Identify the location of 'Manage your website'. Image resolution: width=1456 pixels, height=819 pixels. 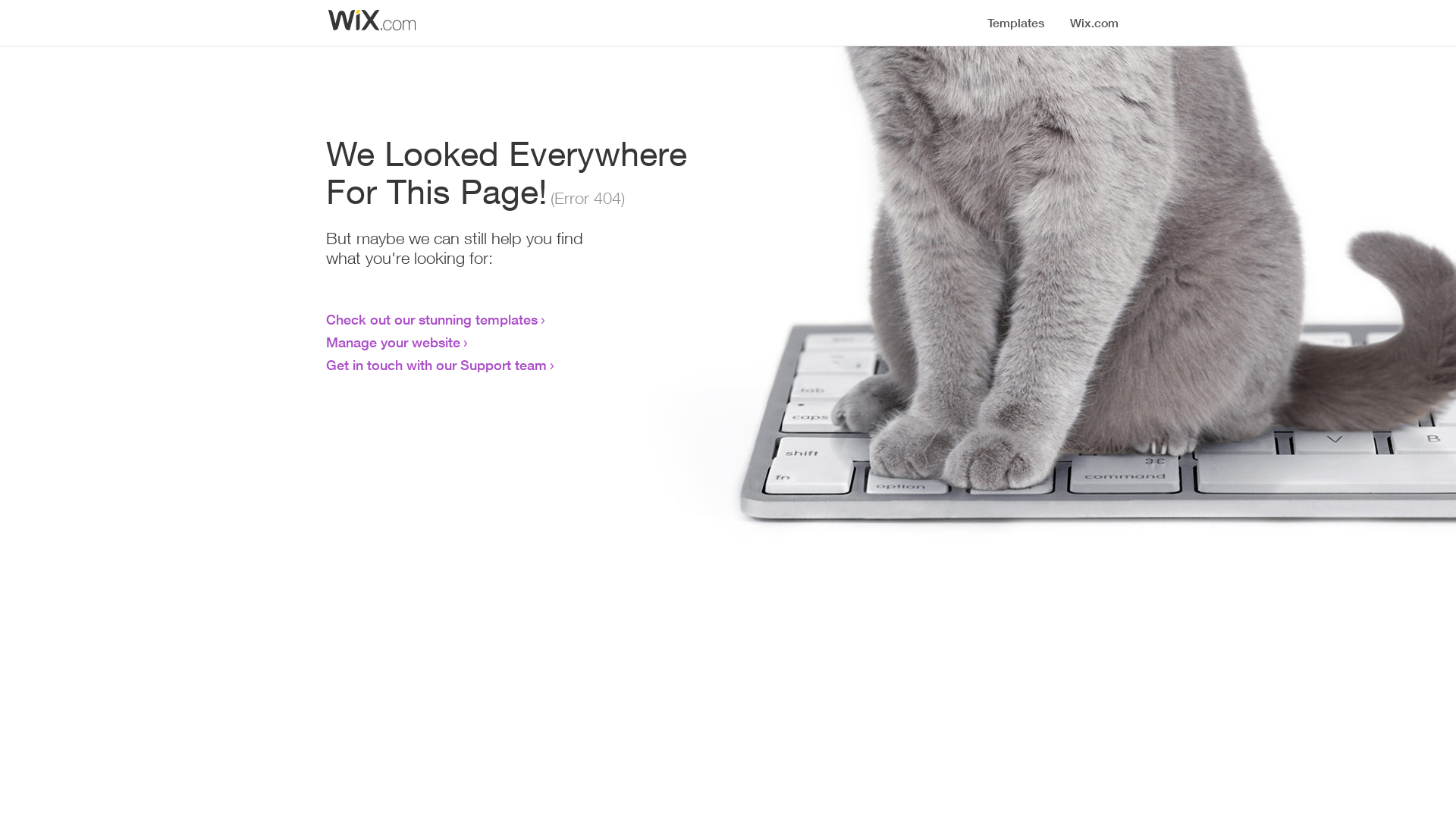
(393, 342).